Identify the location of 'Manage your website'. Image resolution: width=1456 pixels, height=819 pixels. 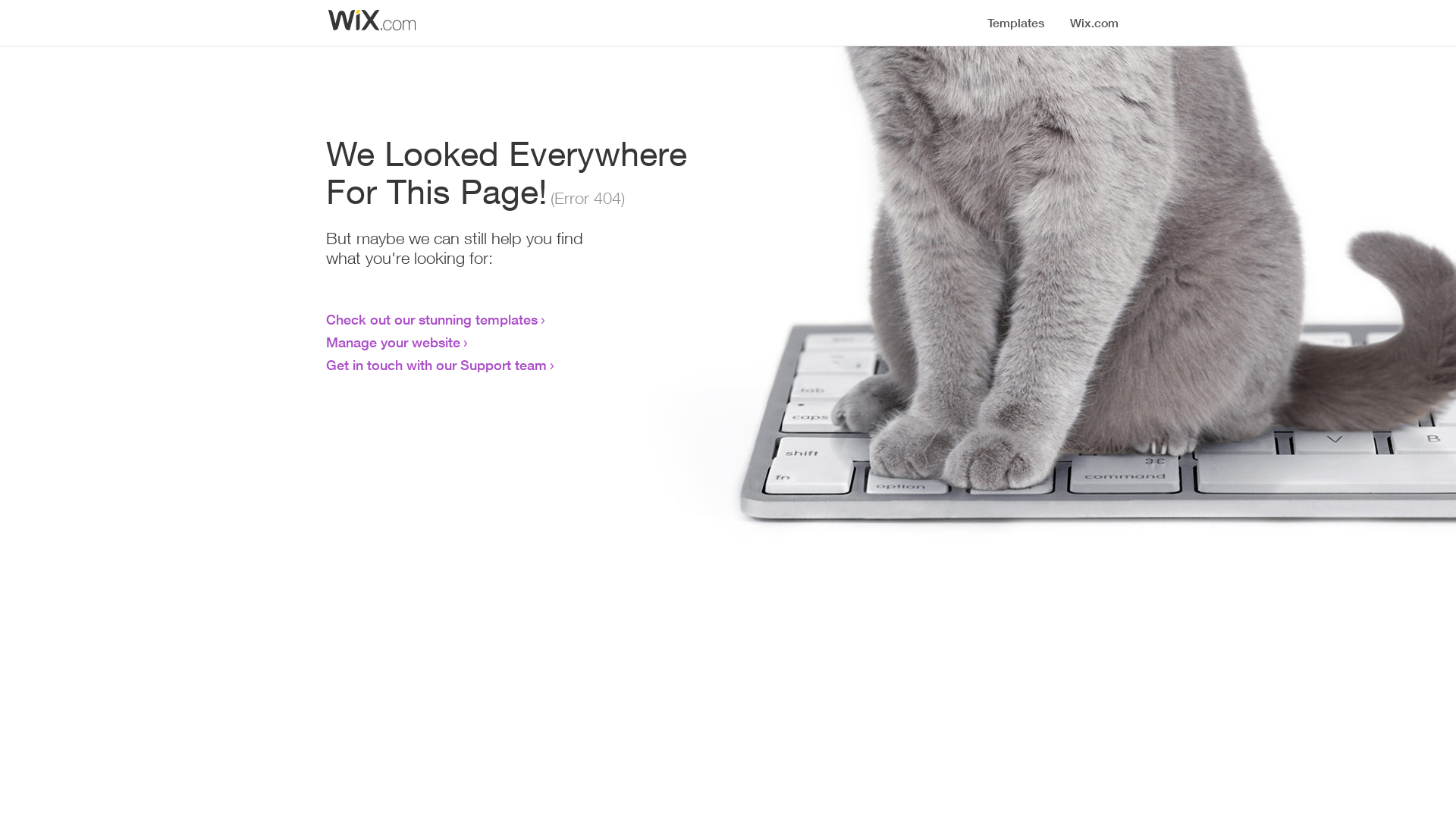
(393, 342).